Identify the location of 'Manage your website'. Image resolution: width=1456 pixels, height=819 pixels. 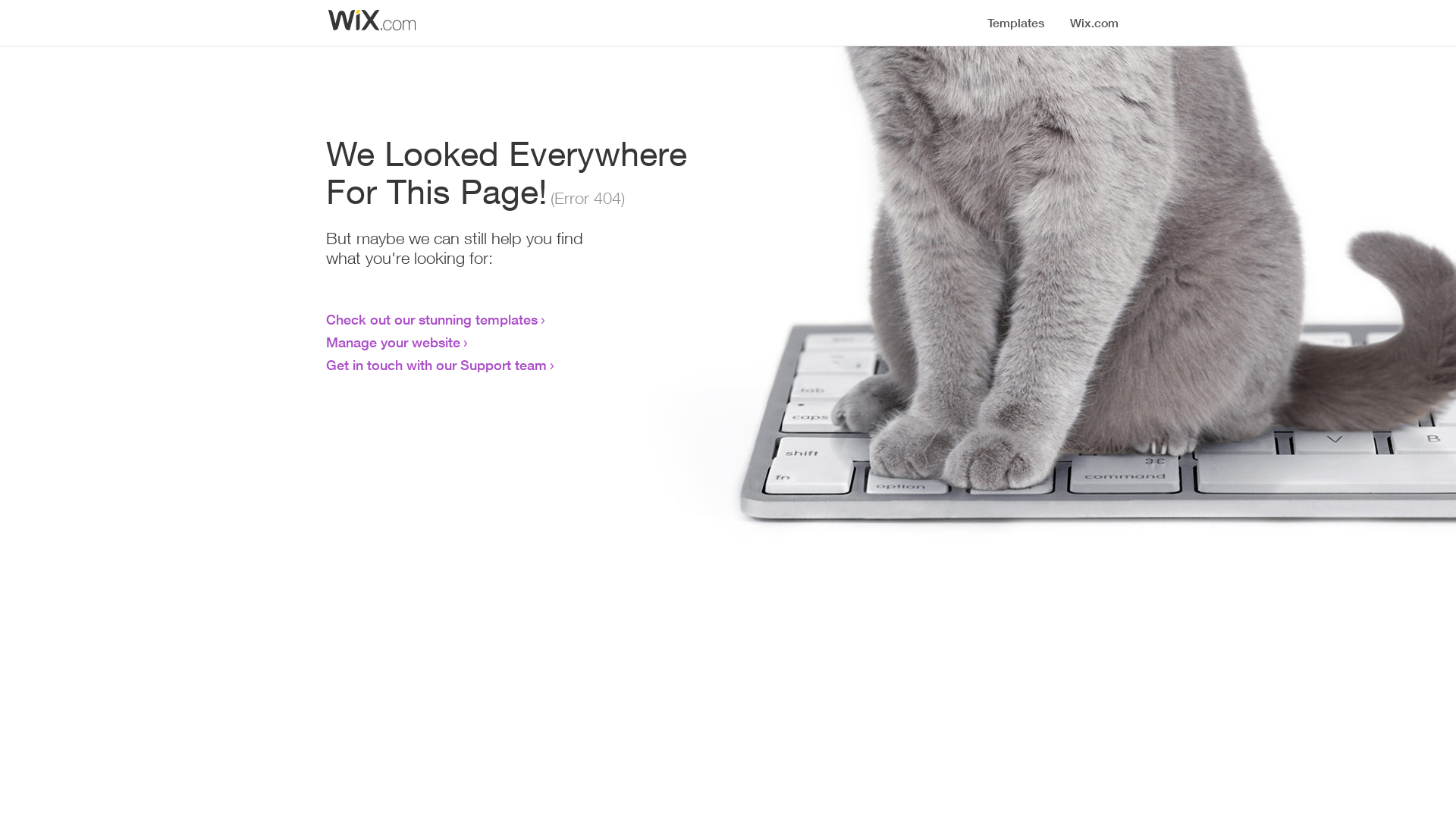
(393, 342).